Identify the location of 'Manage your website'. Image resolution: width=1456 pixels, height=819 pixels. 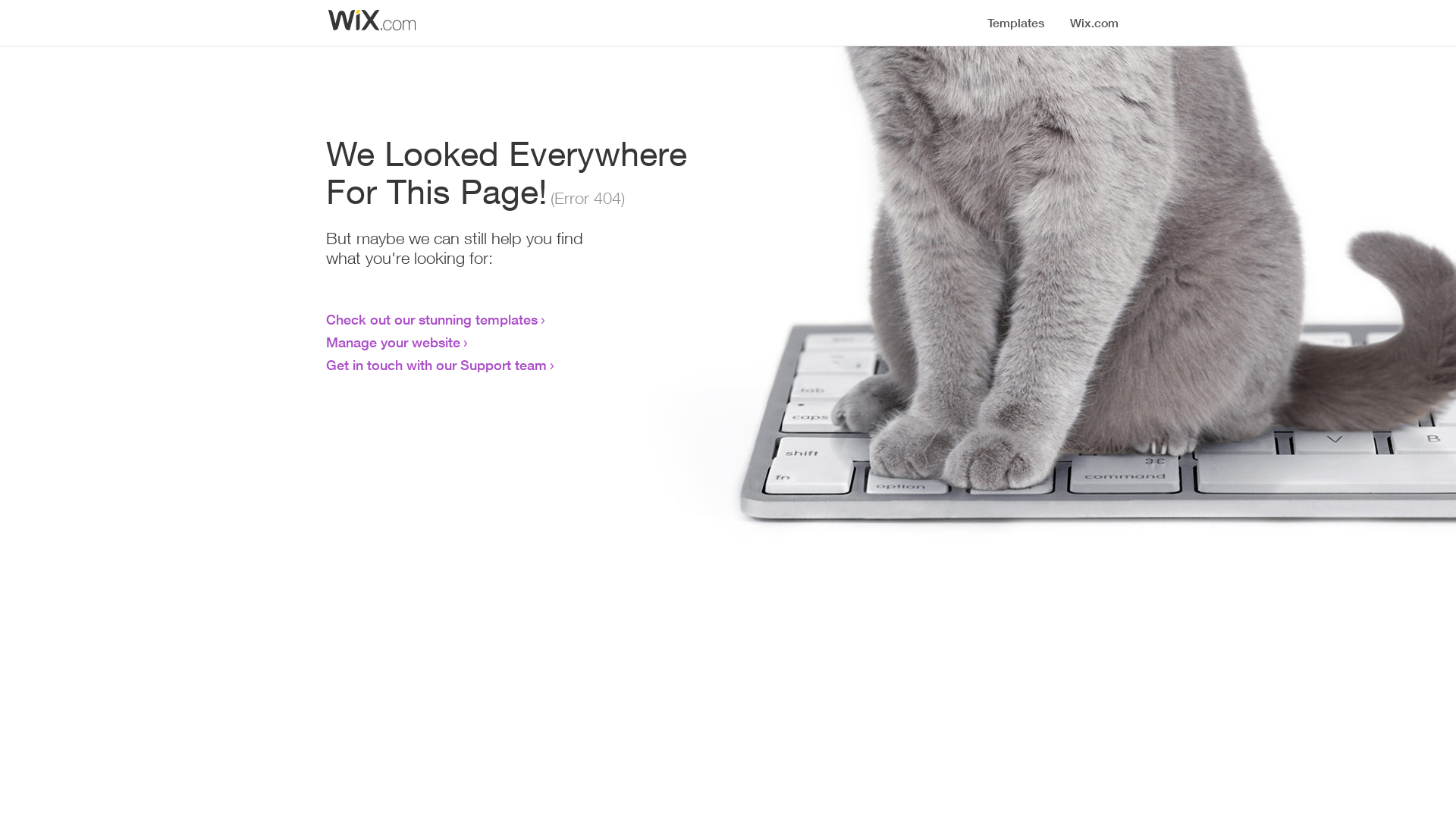
(393, 342).